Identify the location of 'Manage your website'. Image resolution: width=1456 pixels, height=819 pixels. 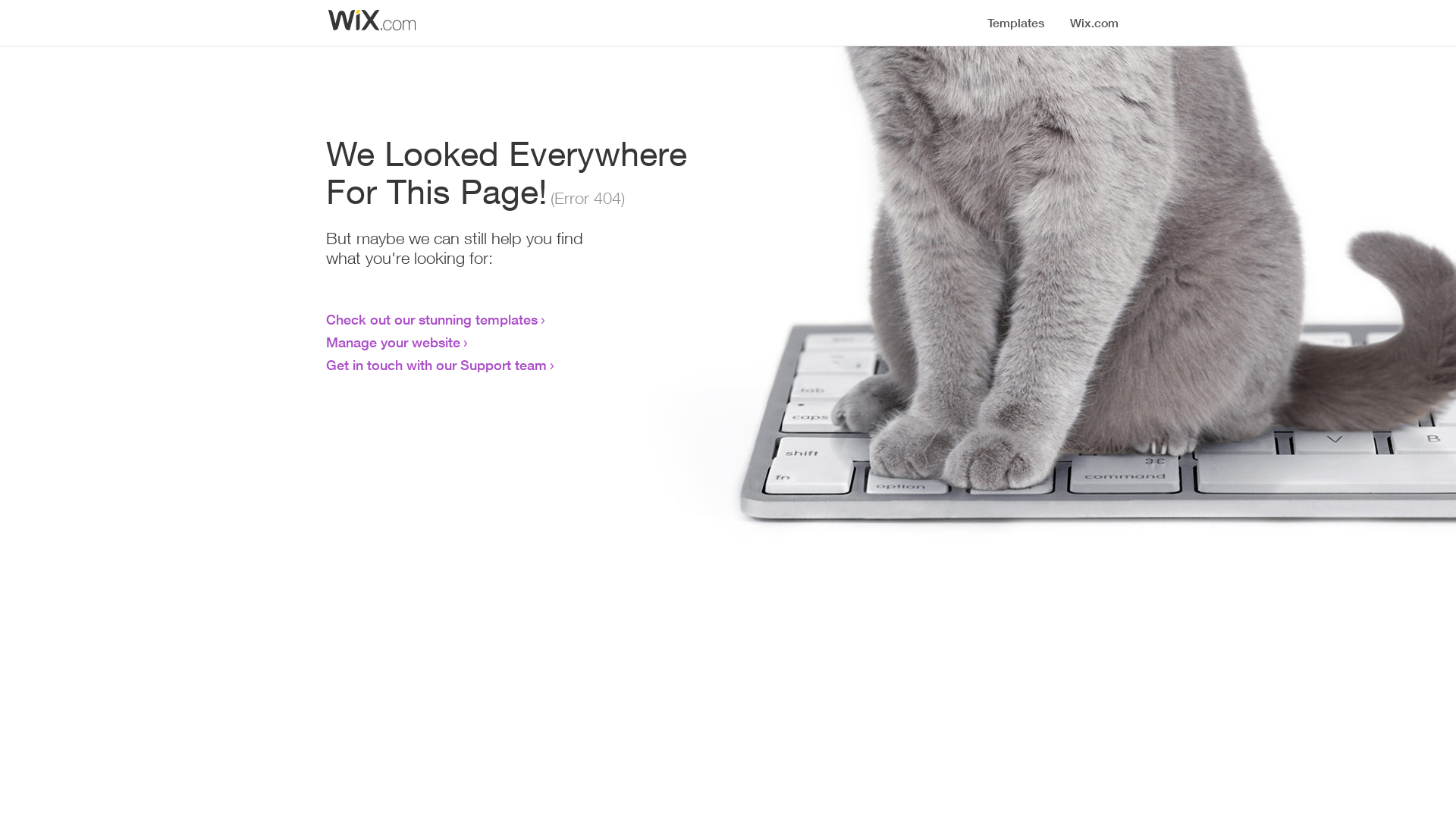
(393, 342).